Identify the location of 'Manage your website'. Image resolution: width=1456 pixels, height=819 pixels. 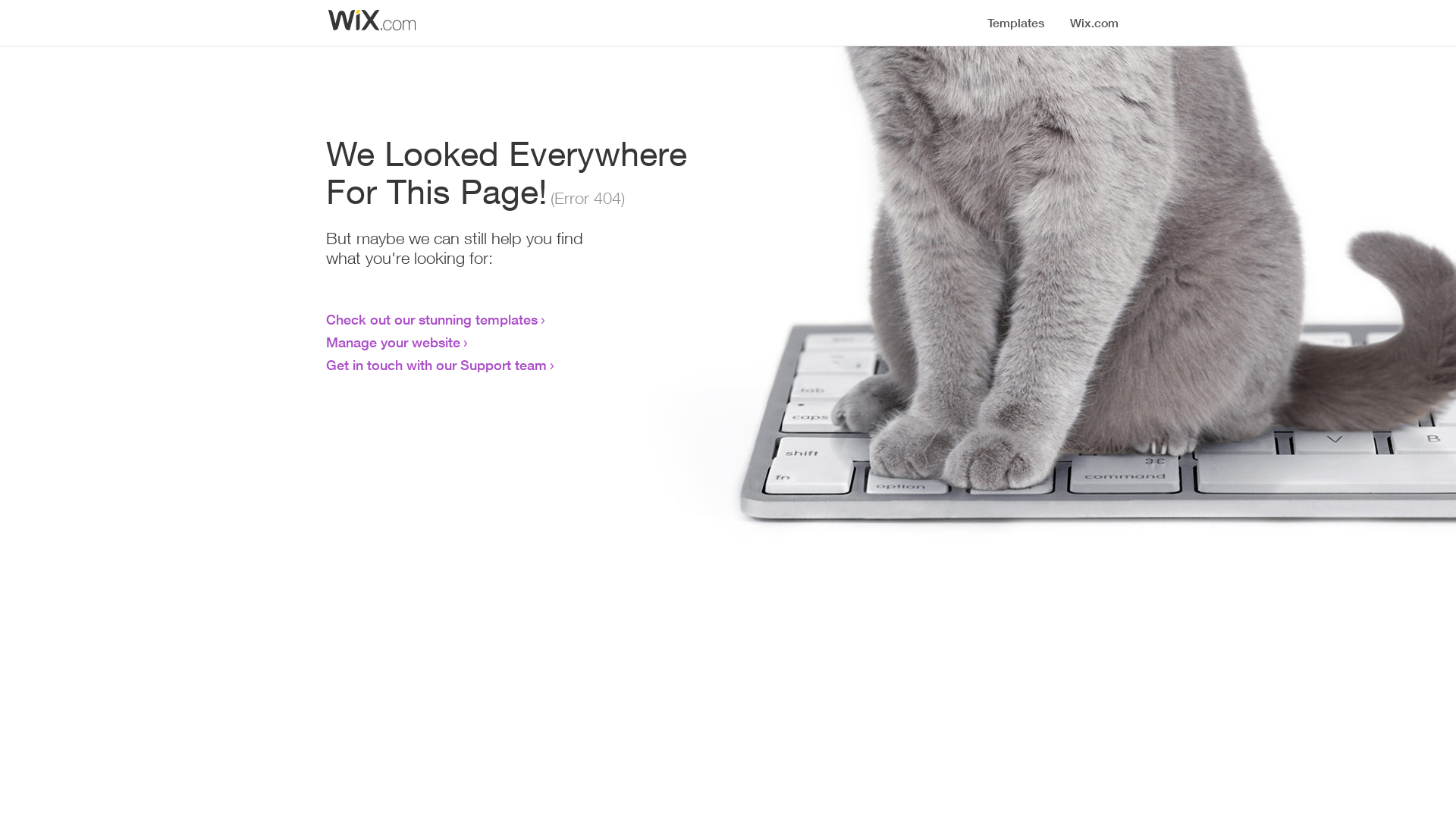
(393, 342).